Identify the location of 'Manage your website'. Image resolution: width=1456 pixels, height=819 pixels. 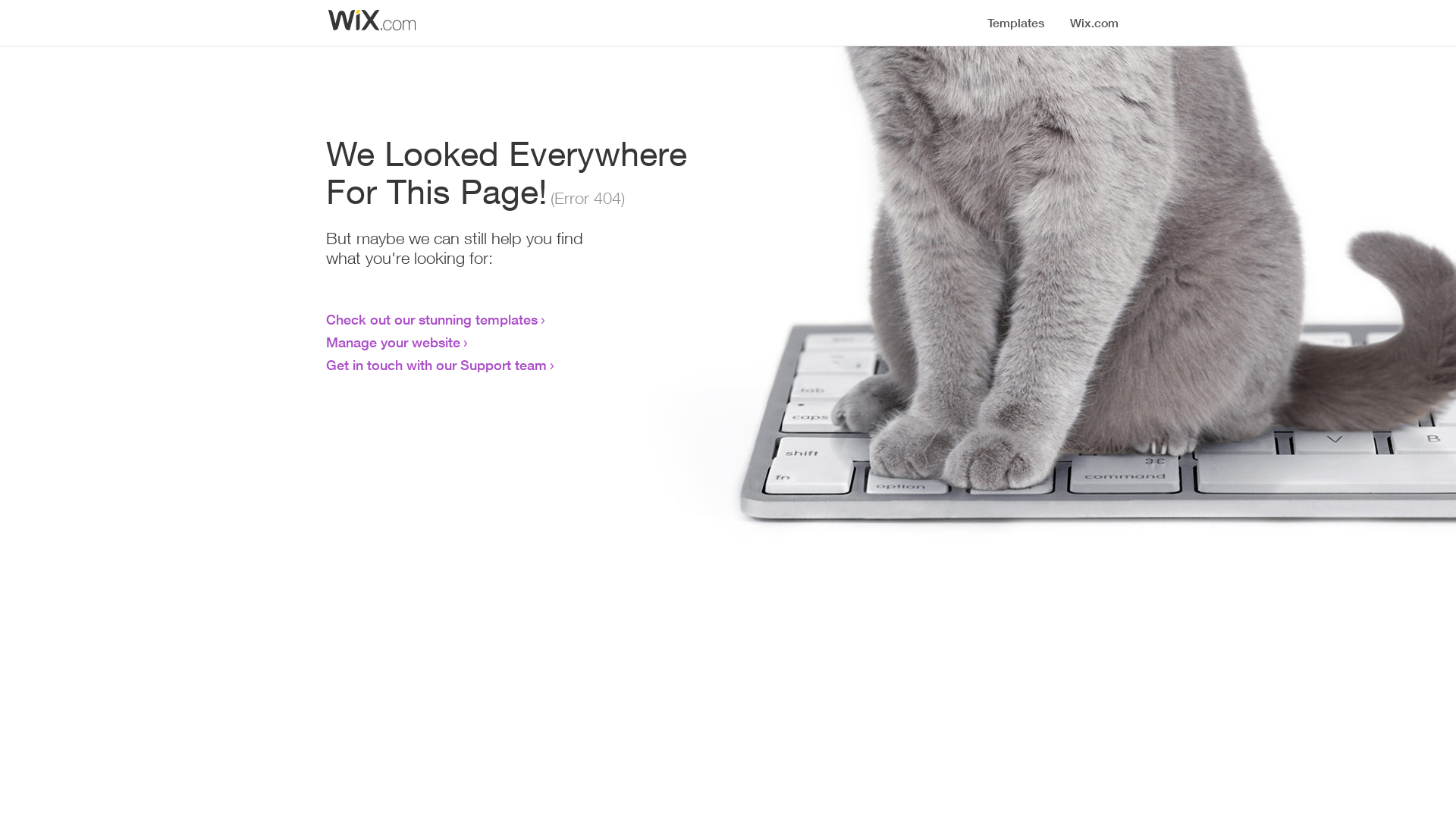
(393, 342).